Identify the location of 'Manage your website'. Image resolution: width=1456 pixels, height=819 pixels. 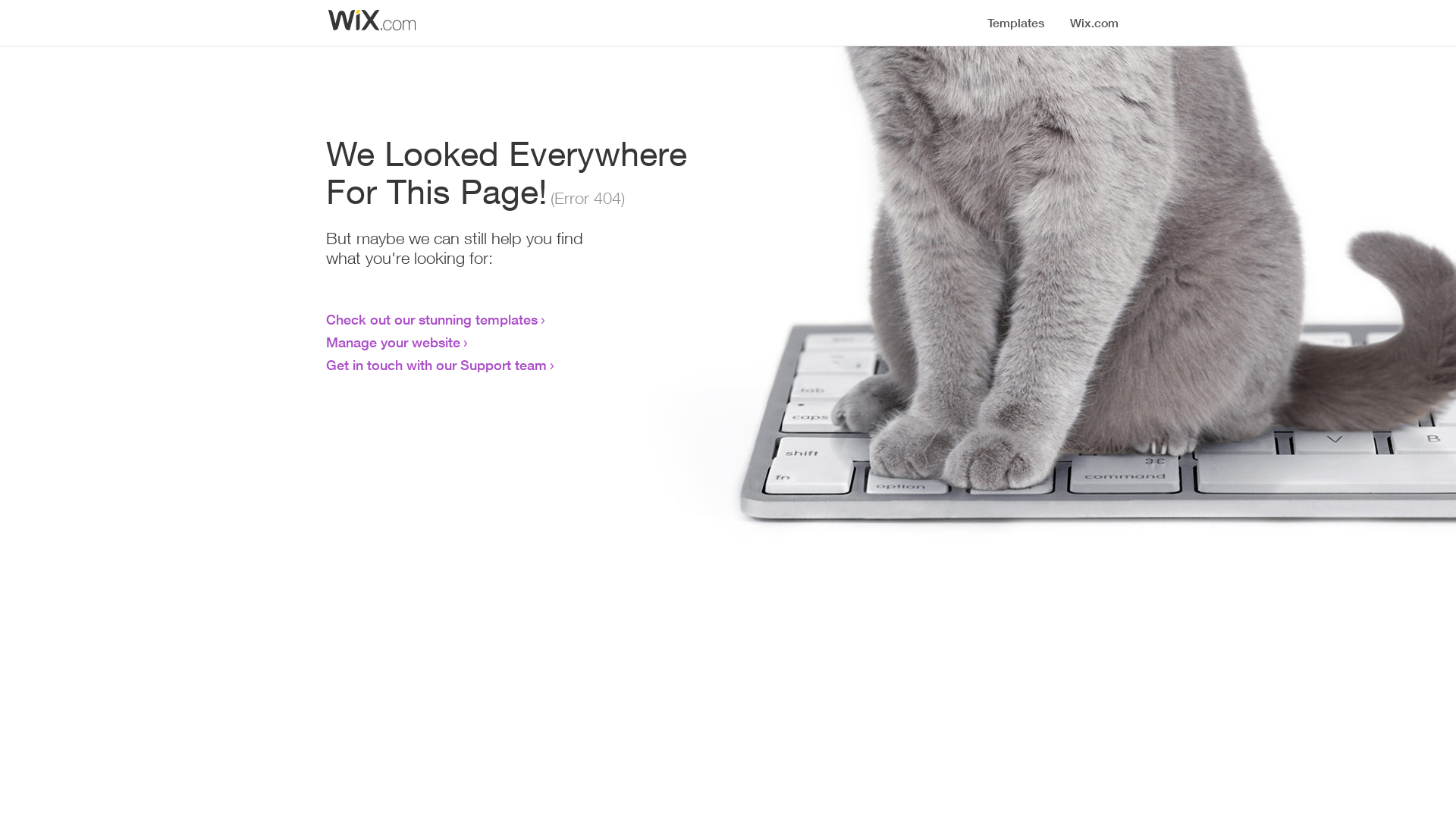
(393, 342).